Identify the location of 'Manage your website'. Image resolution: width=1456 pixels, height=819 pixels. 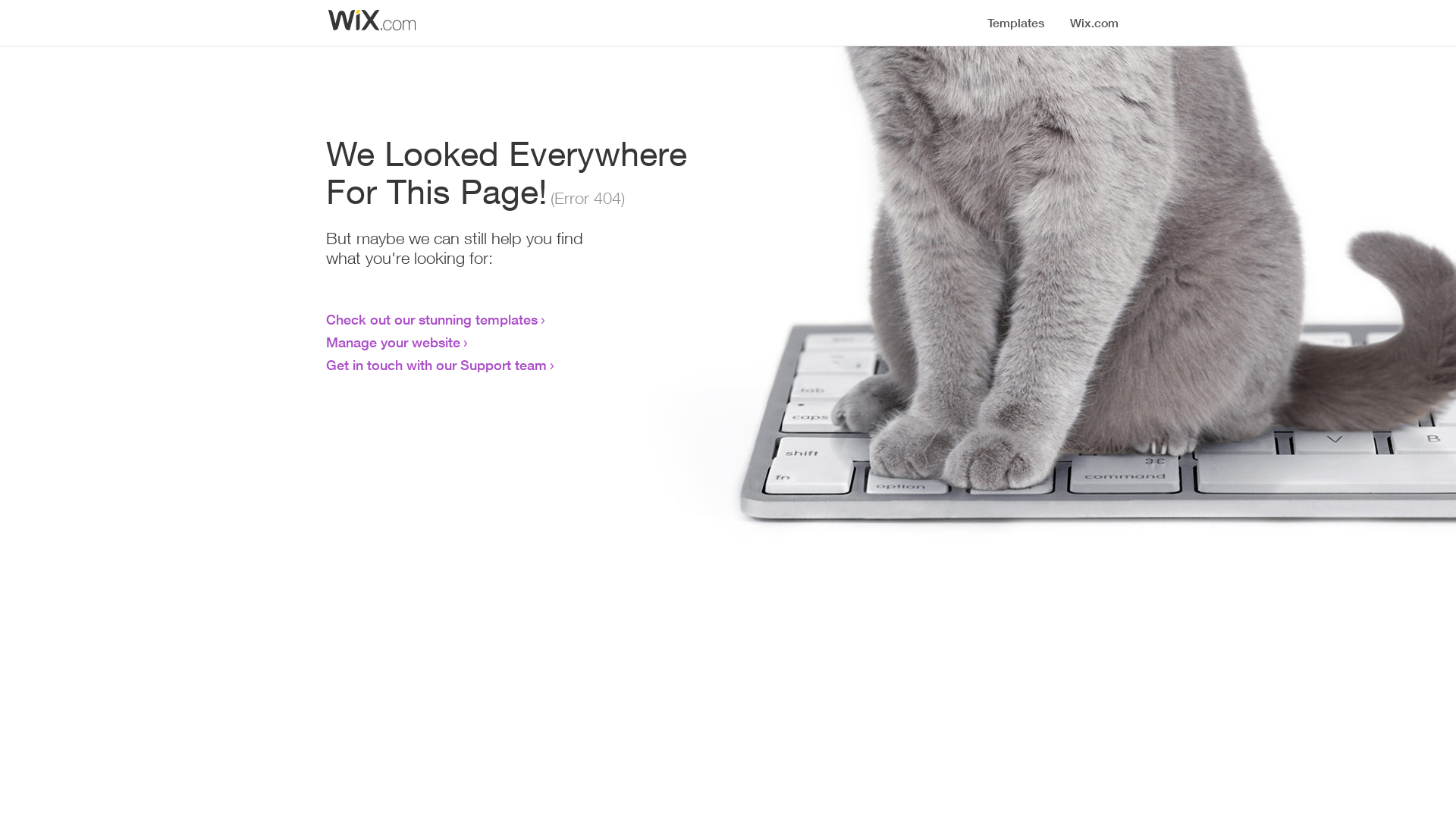
(393, 342).